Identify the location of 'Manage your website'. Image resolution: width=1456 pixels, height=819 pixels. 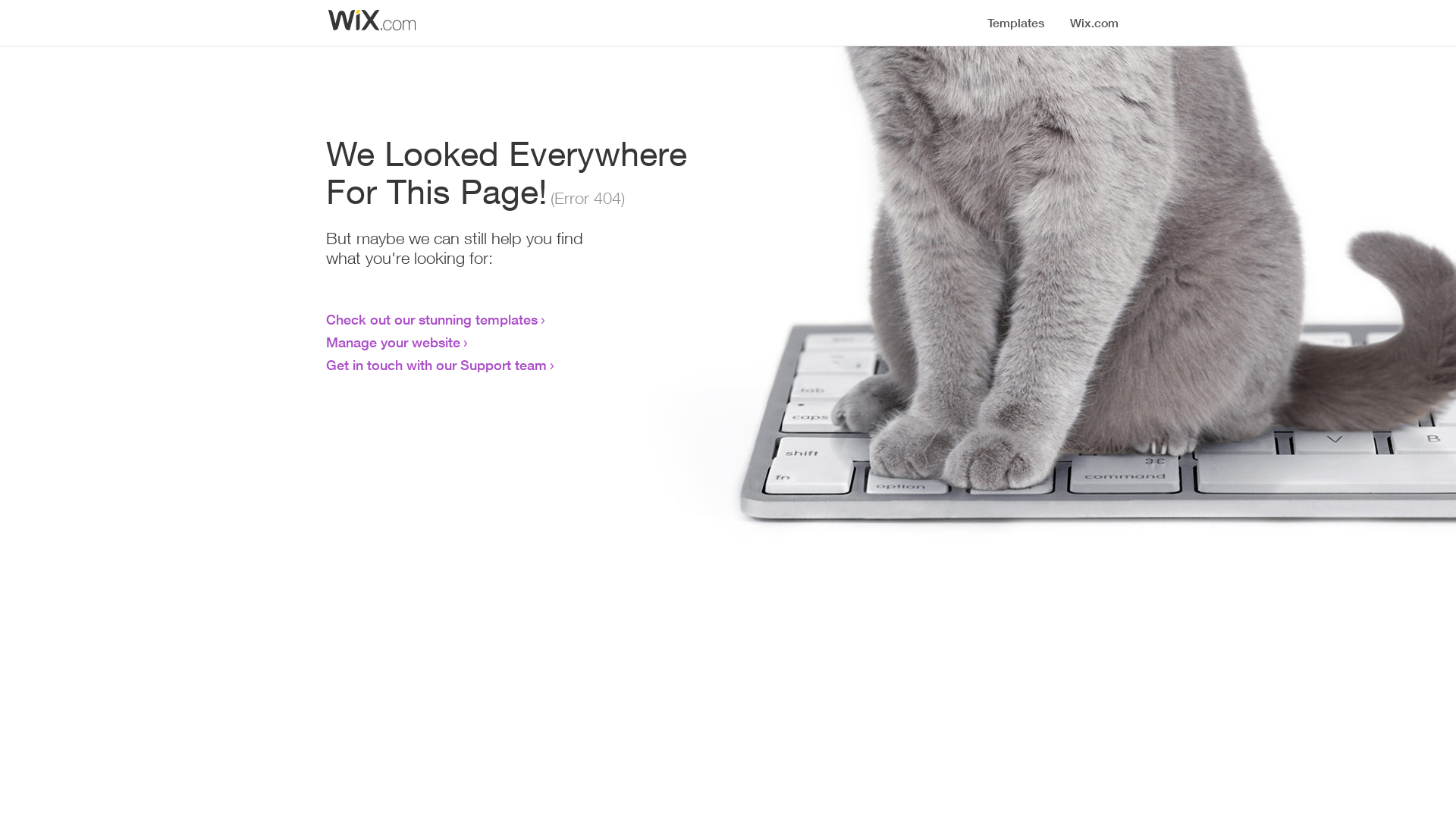
(393, 342).